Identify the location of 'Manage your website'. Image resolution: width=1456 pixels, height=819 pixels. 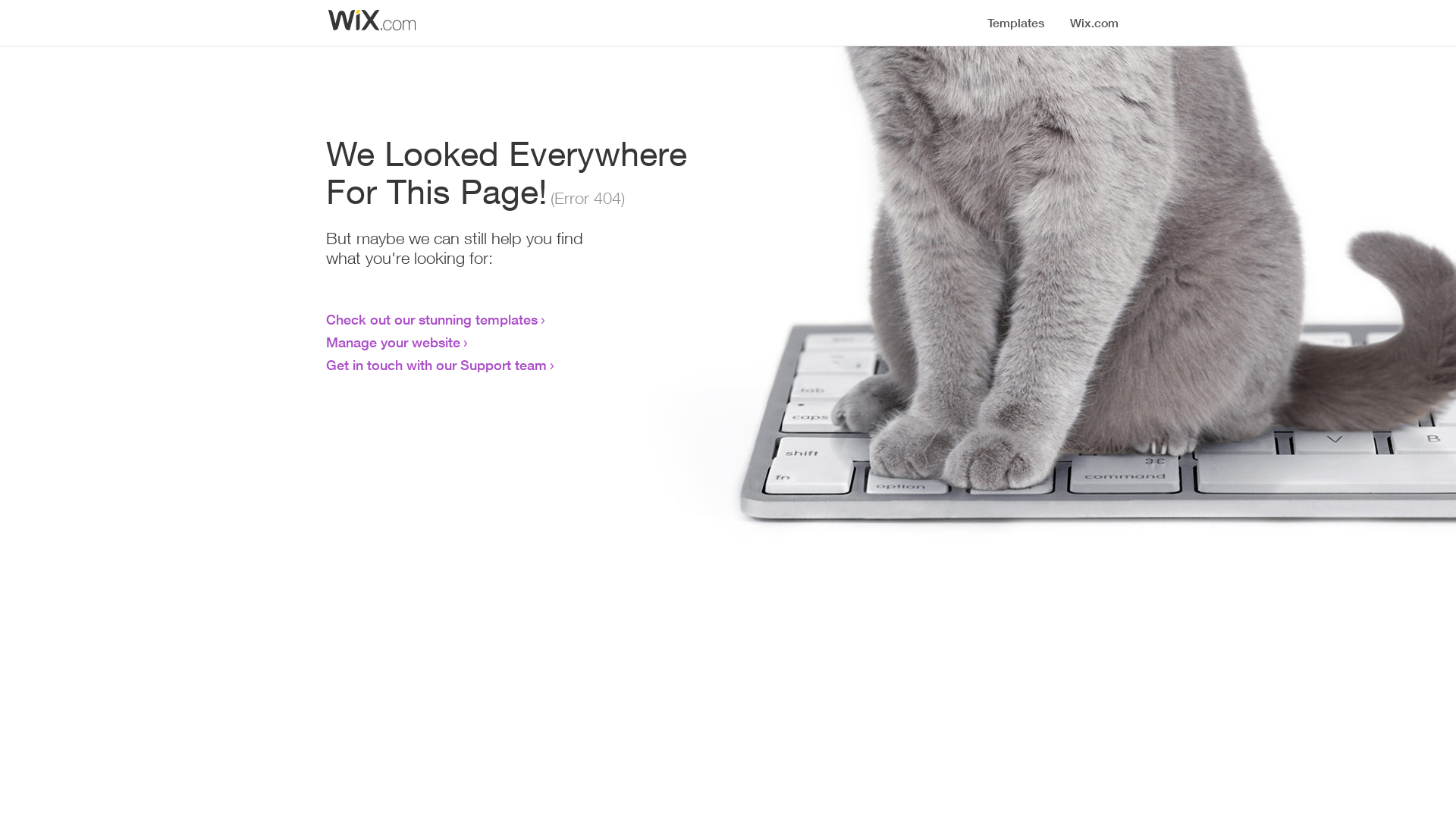
(393, 342).